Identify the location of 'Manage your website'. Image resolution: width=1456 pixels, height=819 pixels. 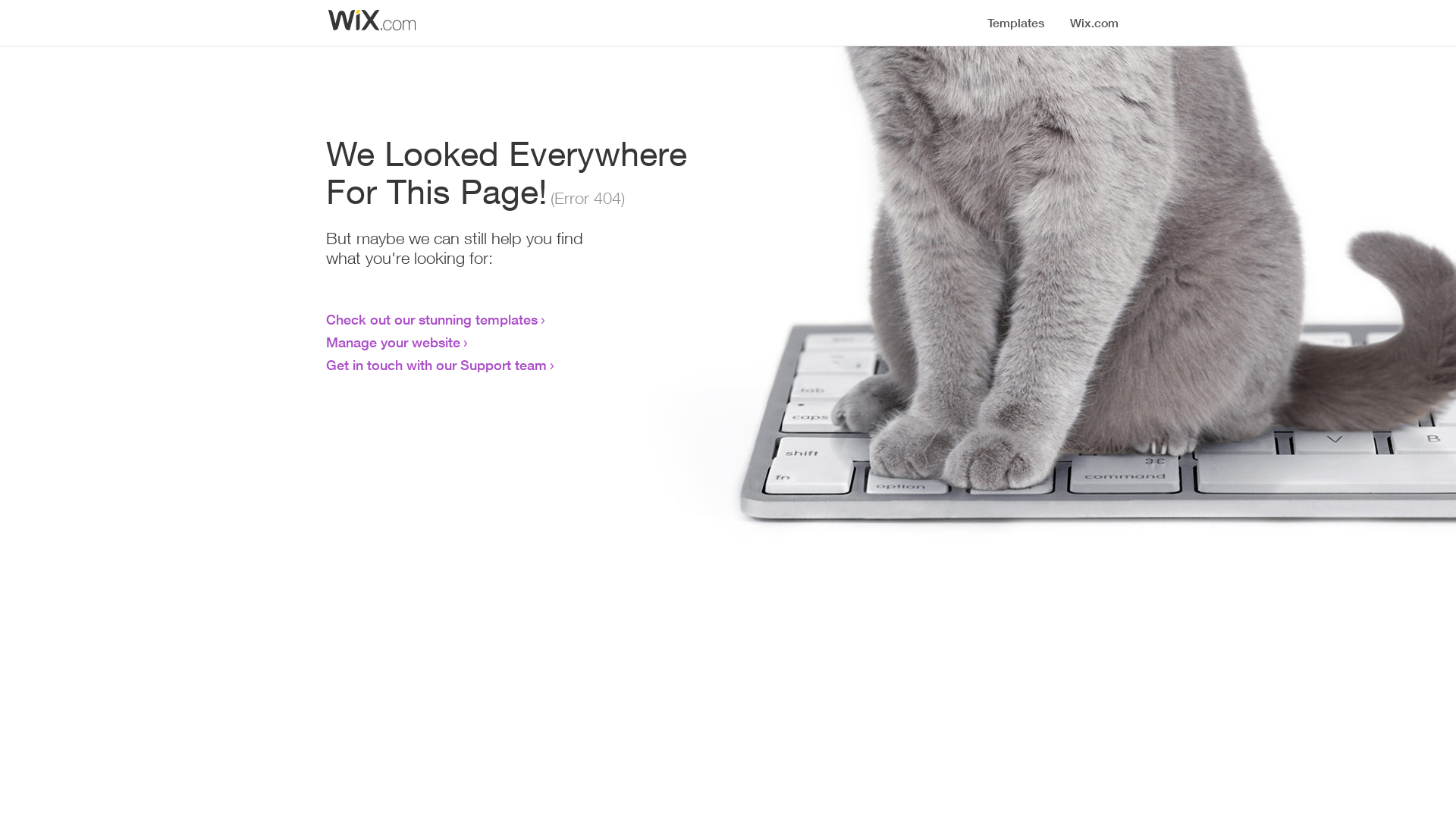
(393, 342).